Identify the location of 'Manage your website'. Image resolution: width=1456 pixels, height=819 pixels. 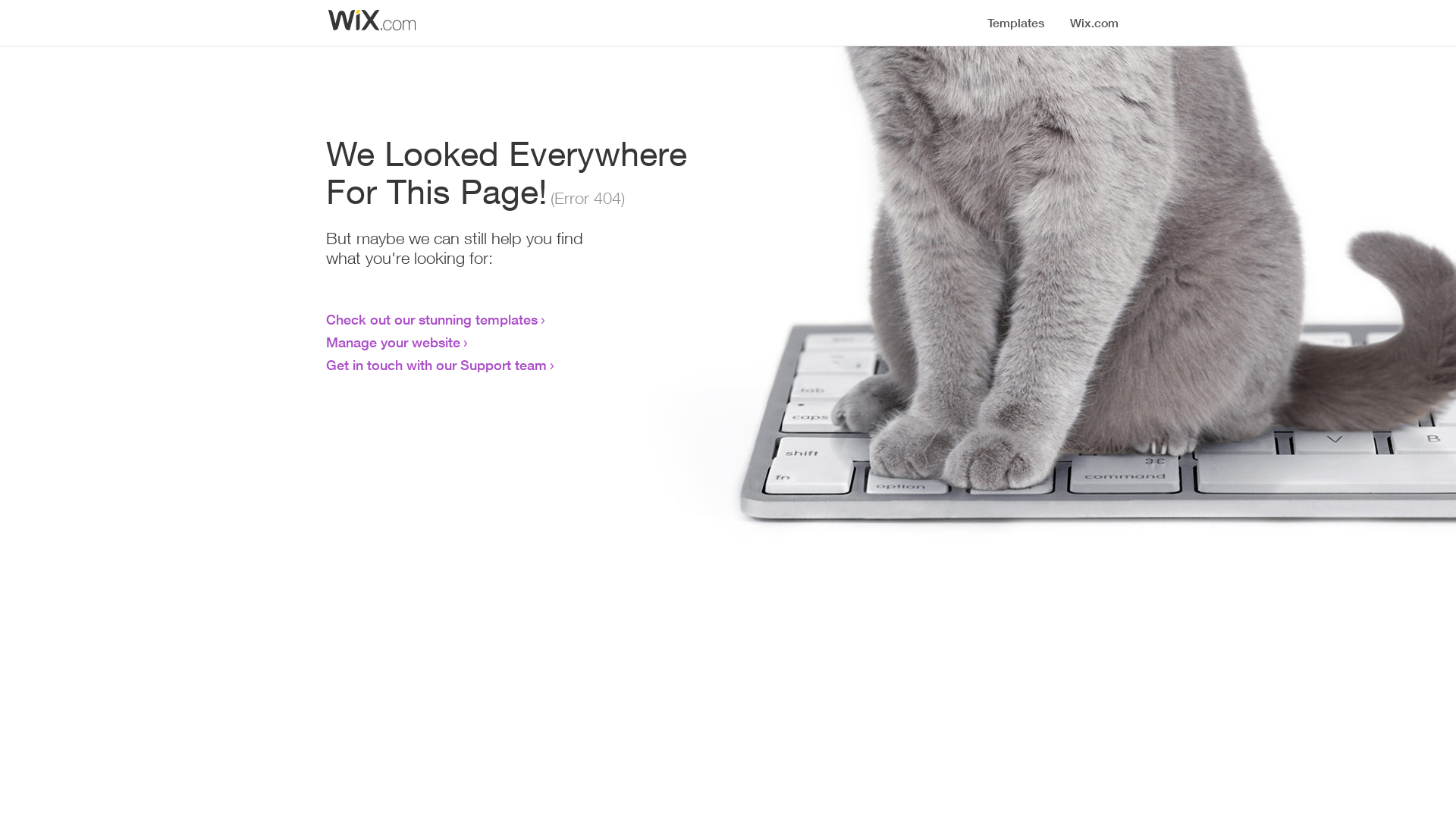
(393, 342).